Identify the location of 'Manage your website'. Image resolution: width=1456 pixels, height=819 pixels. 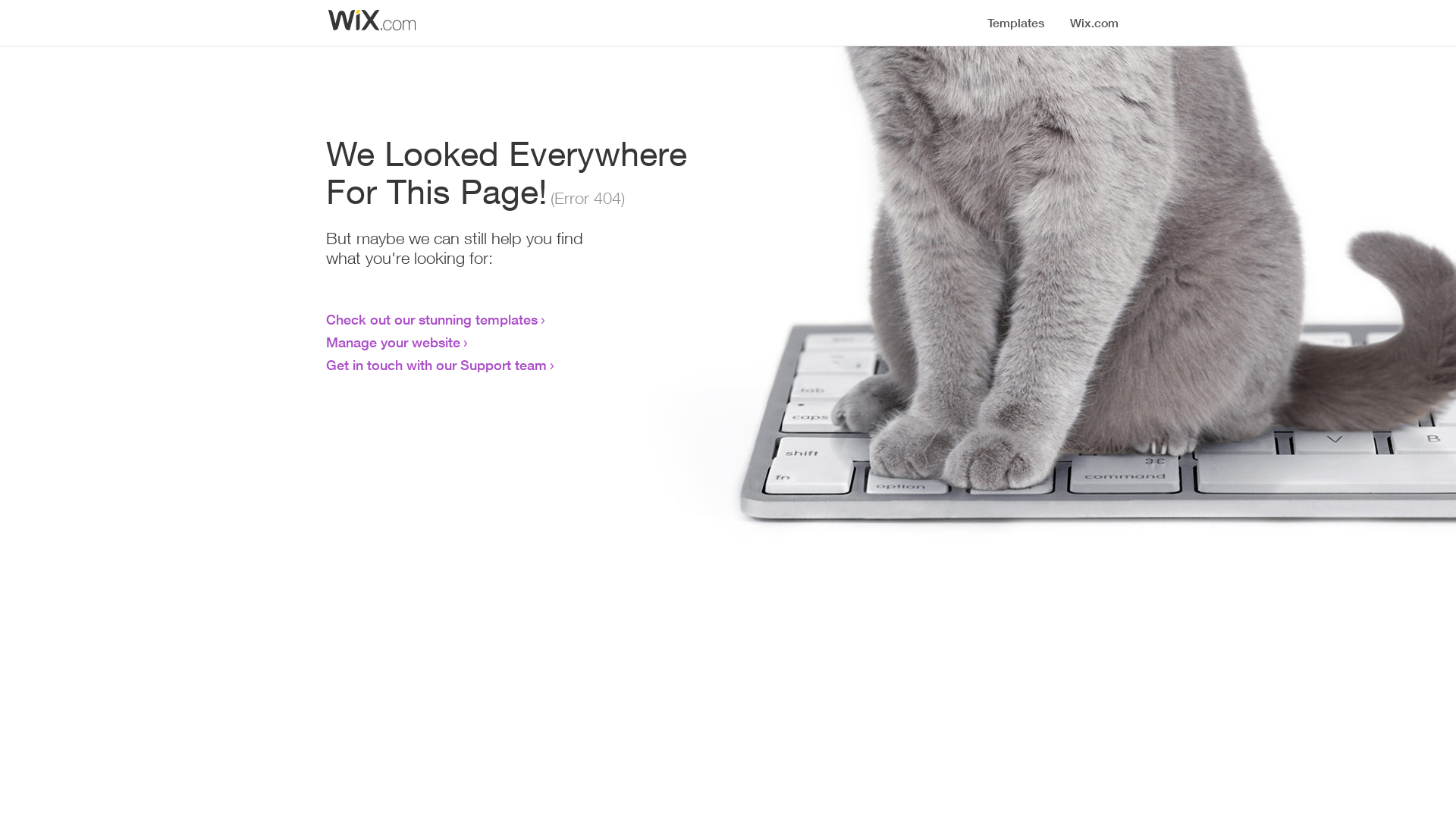
(393, 342).